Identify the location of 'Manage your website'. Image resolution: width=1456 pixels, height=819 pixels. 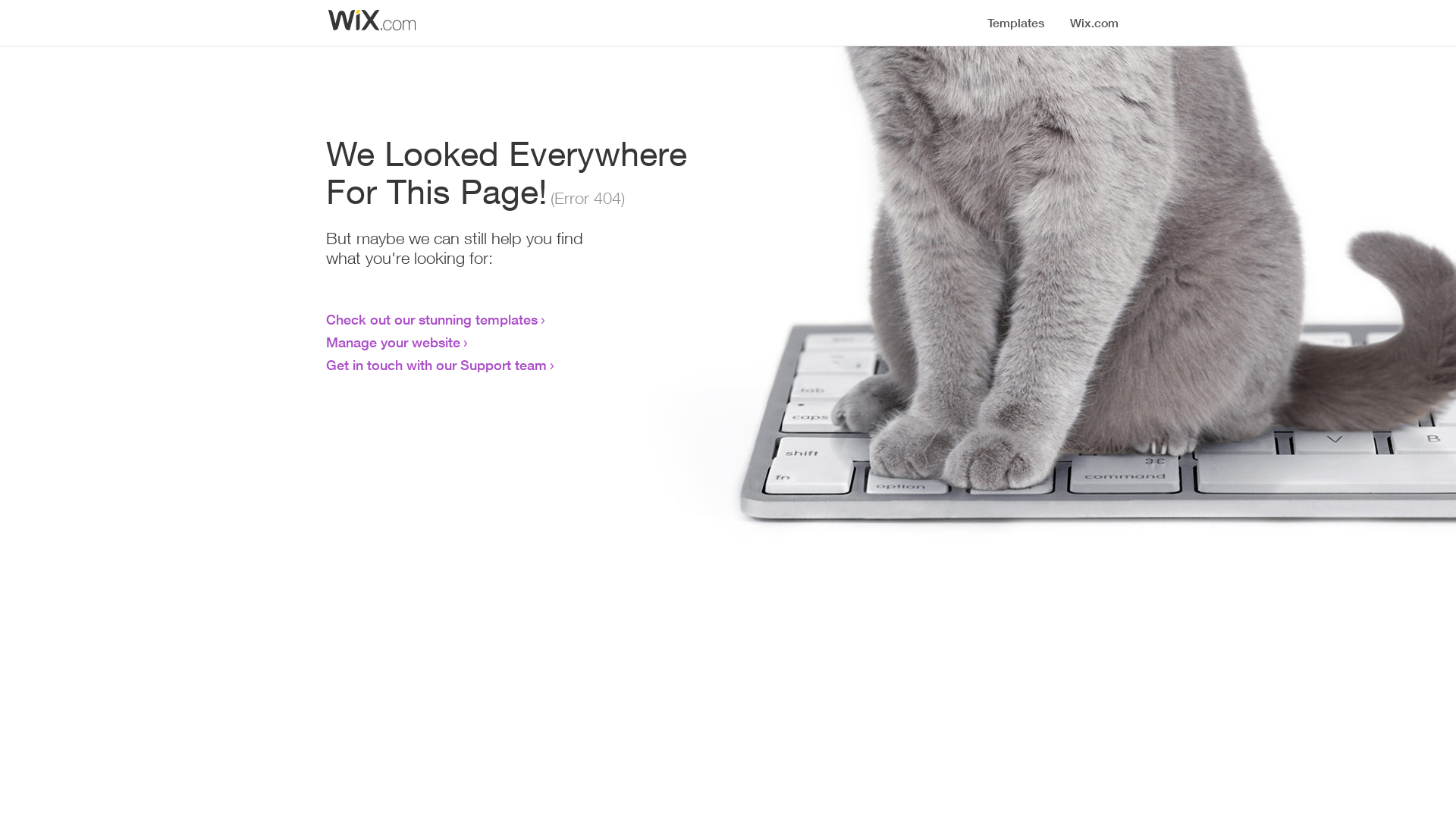
(393, 342).